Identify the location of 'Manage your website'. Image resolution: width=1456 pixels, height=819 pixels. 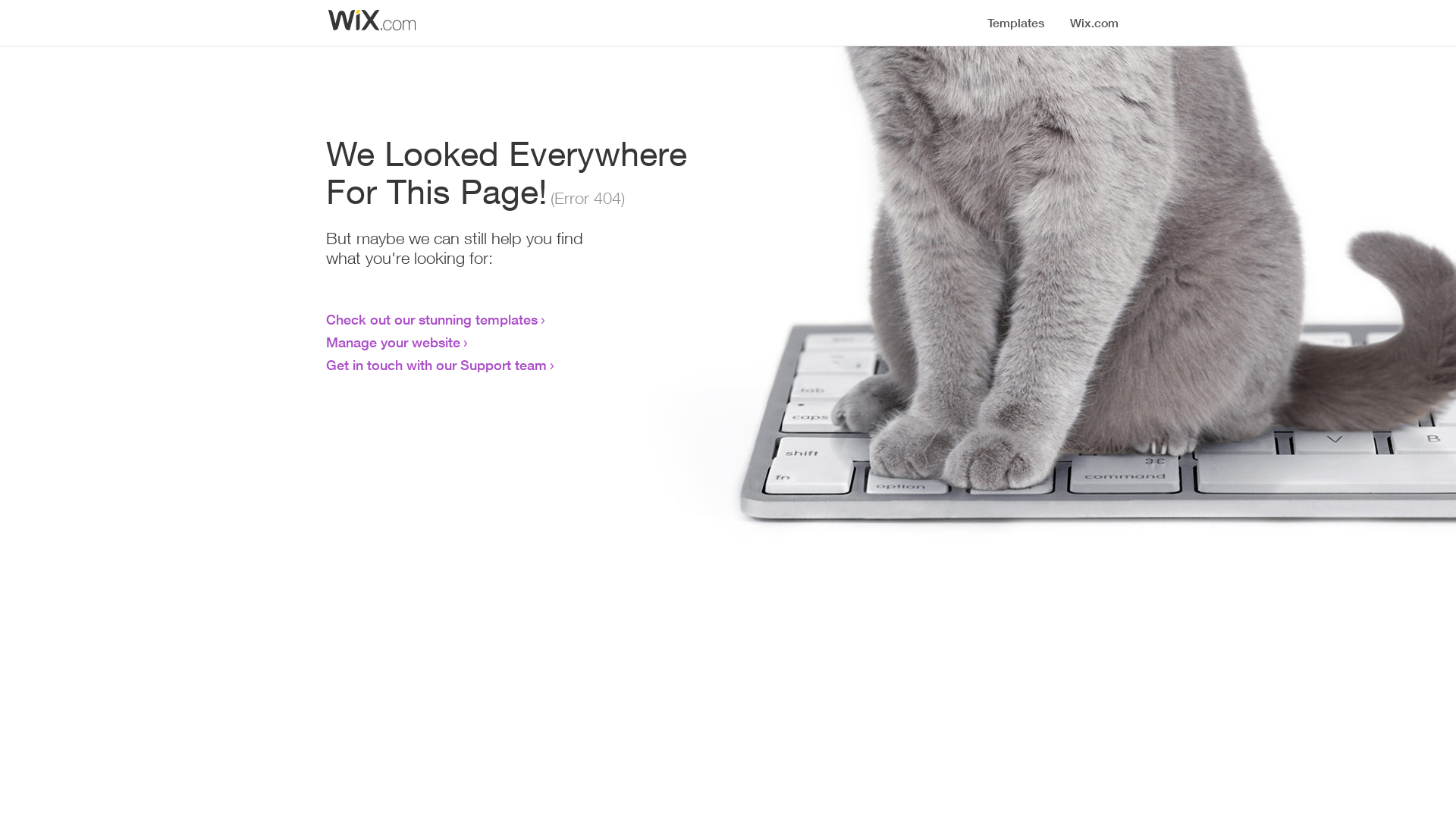
(393, 342).